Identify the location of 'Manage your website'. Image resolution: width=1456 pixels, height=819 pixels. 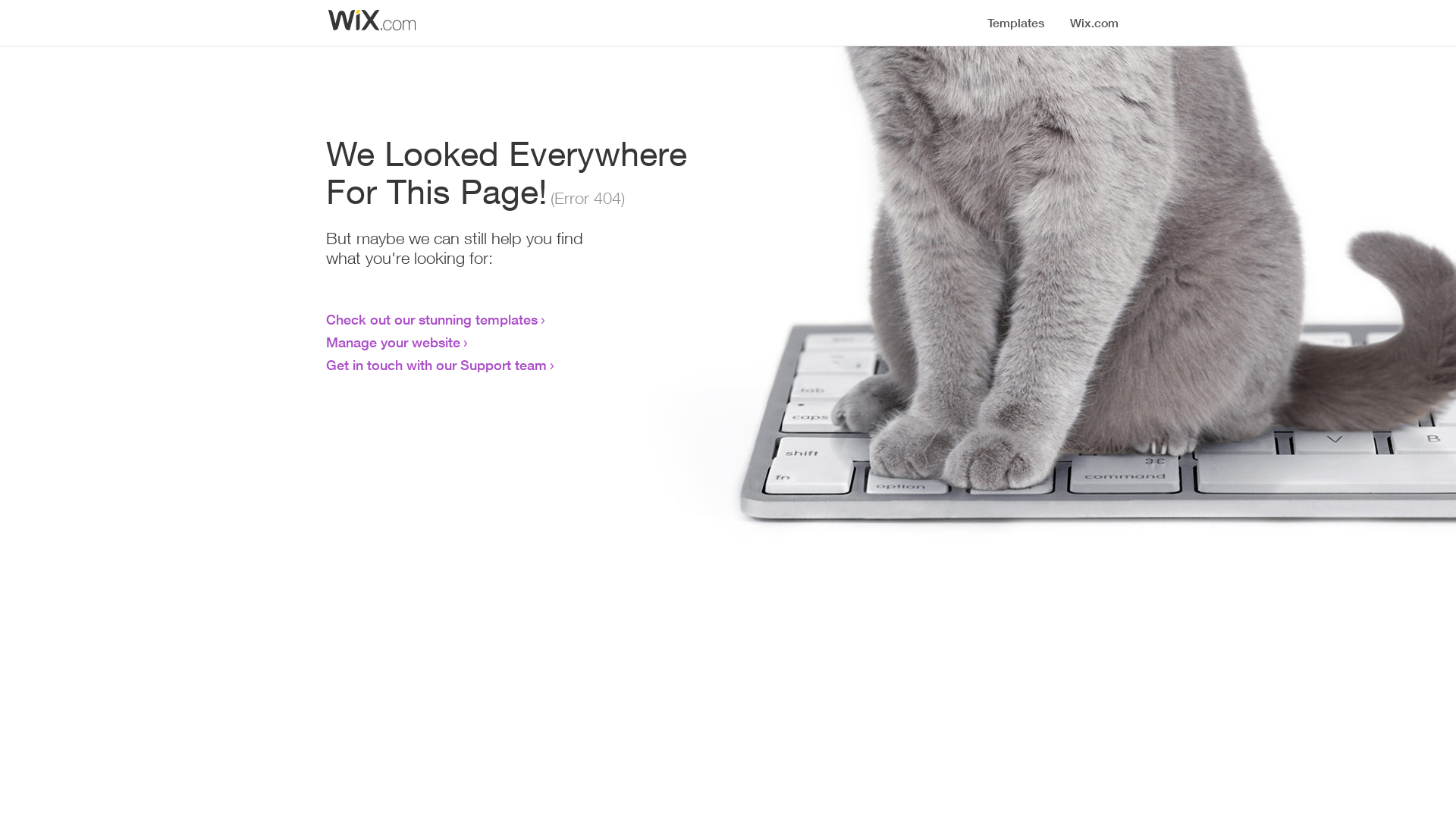
(393, 342).